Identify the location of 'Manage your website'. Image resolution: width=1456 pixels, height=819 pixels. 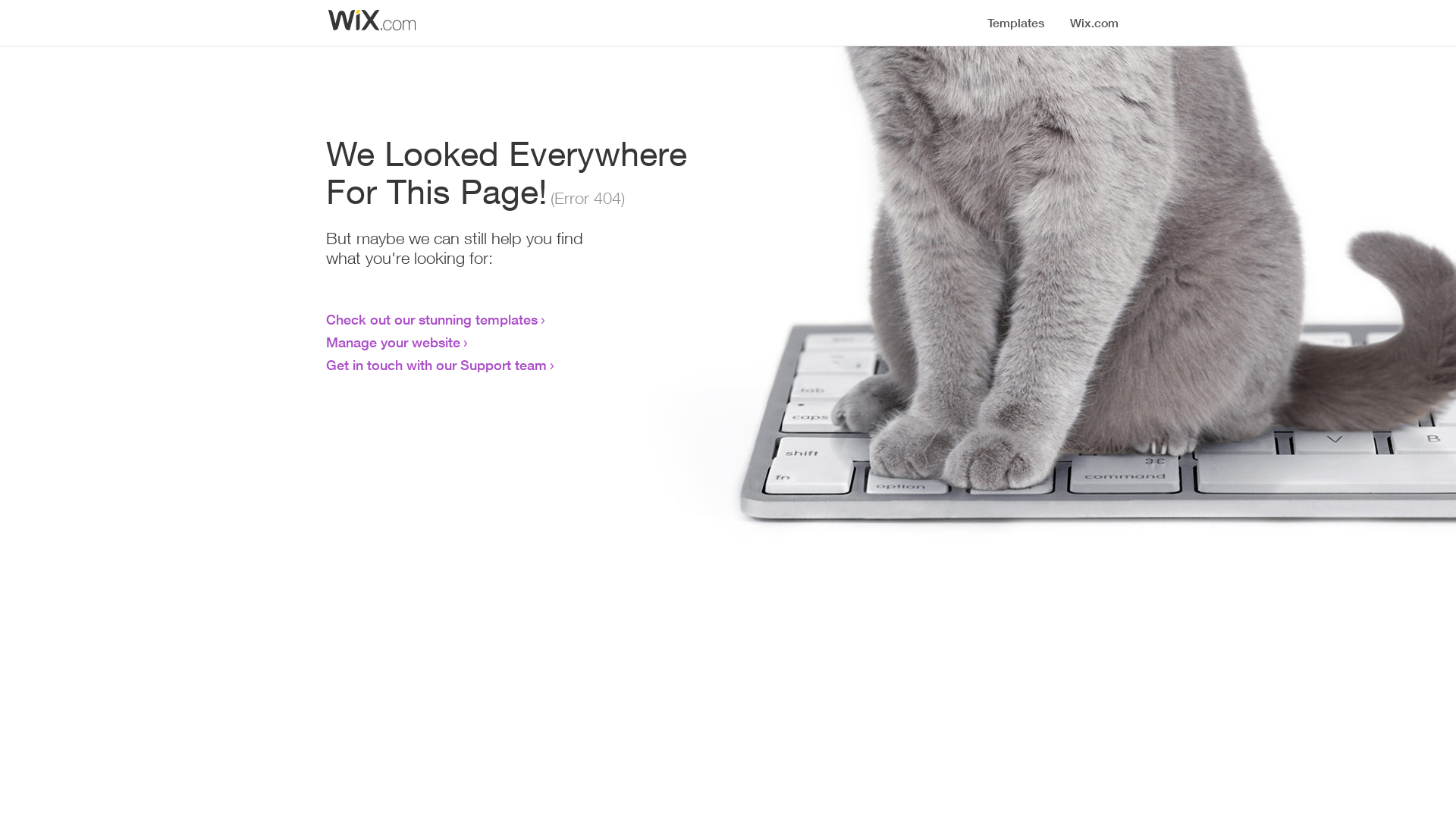
(393, 342).